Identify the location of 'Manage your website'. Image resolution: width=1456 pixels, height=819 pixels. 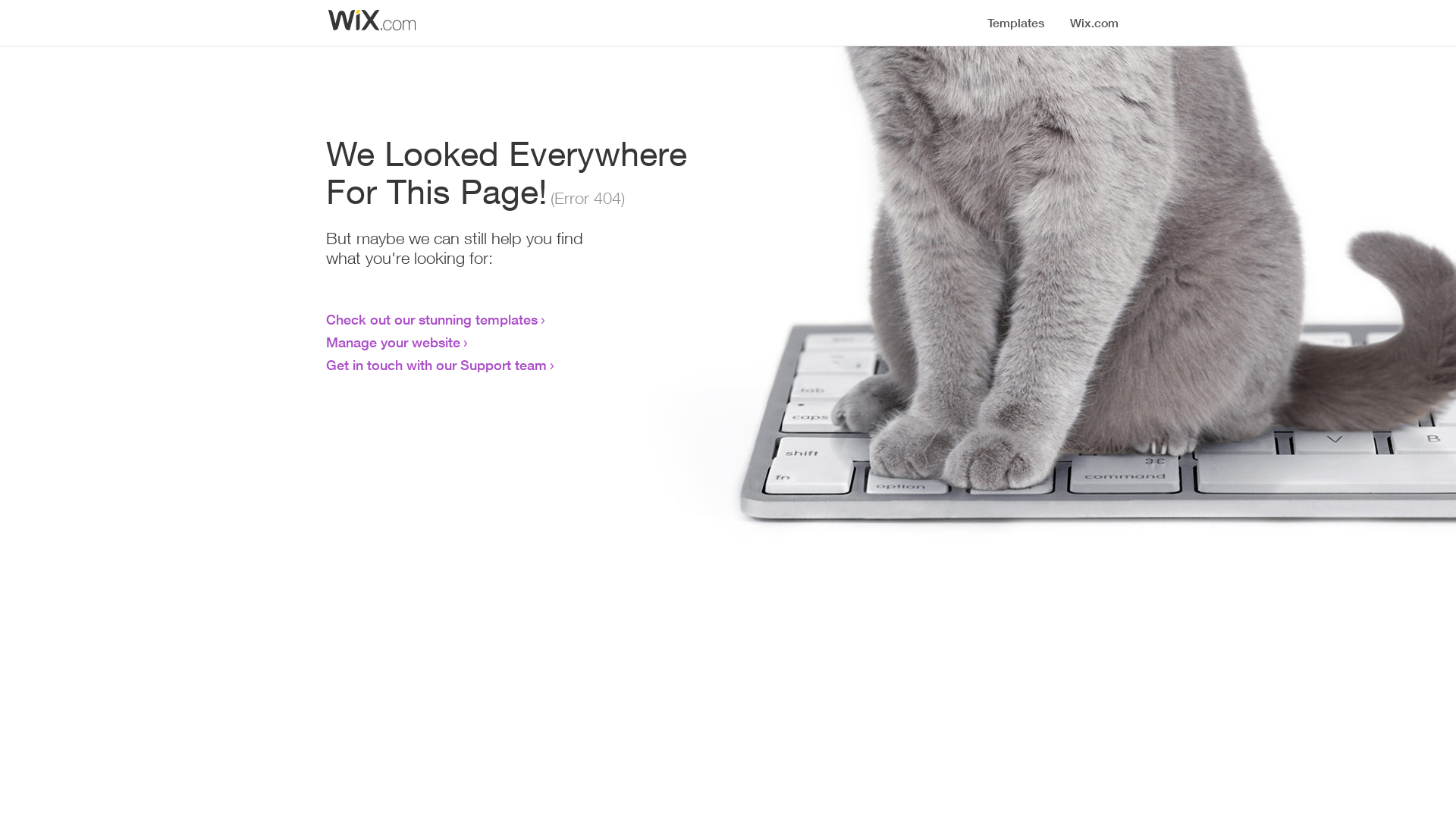
(393, 342).